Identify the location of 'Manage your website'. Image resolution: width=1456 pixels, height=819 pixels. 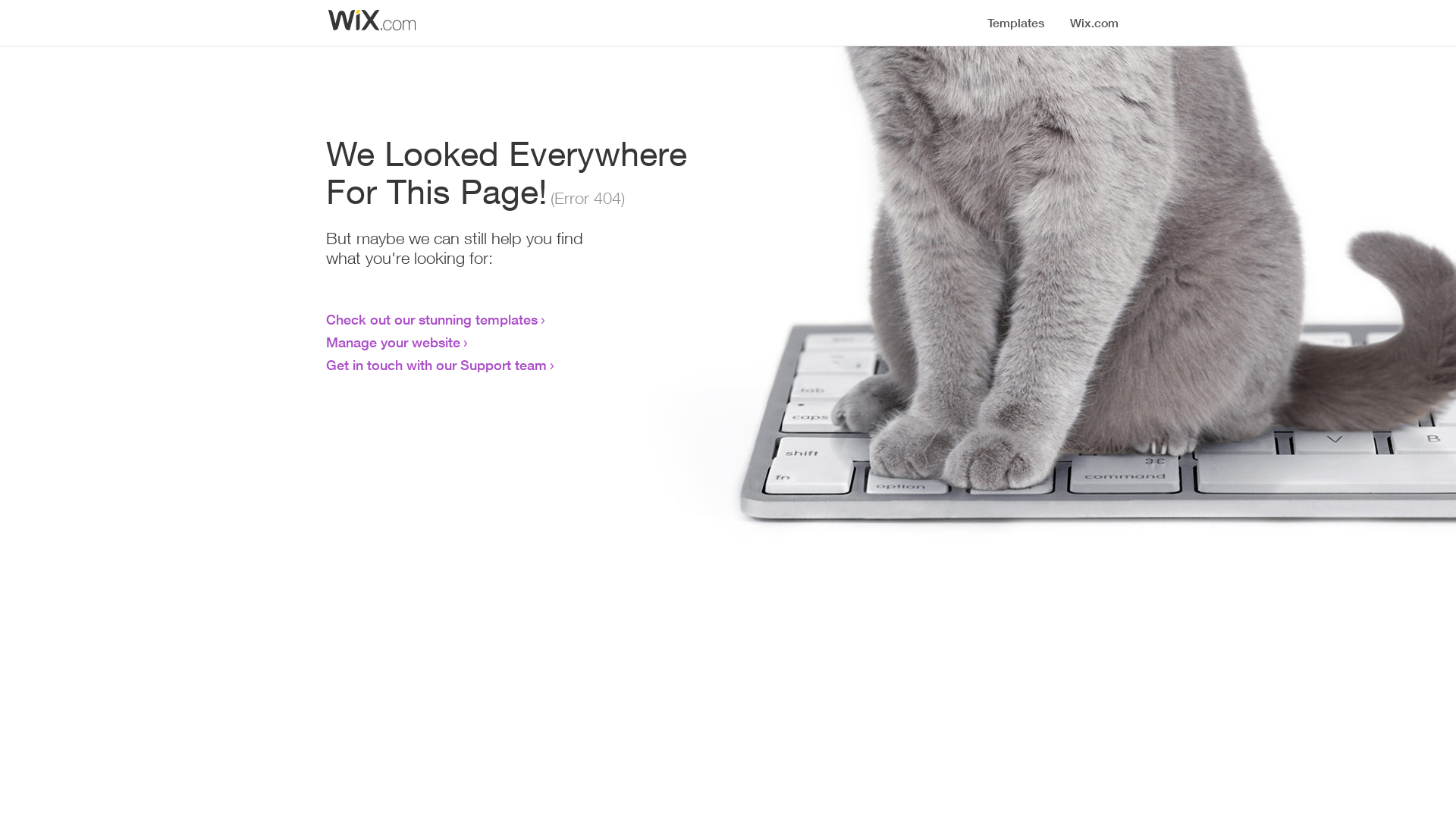
(393, 342).